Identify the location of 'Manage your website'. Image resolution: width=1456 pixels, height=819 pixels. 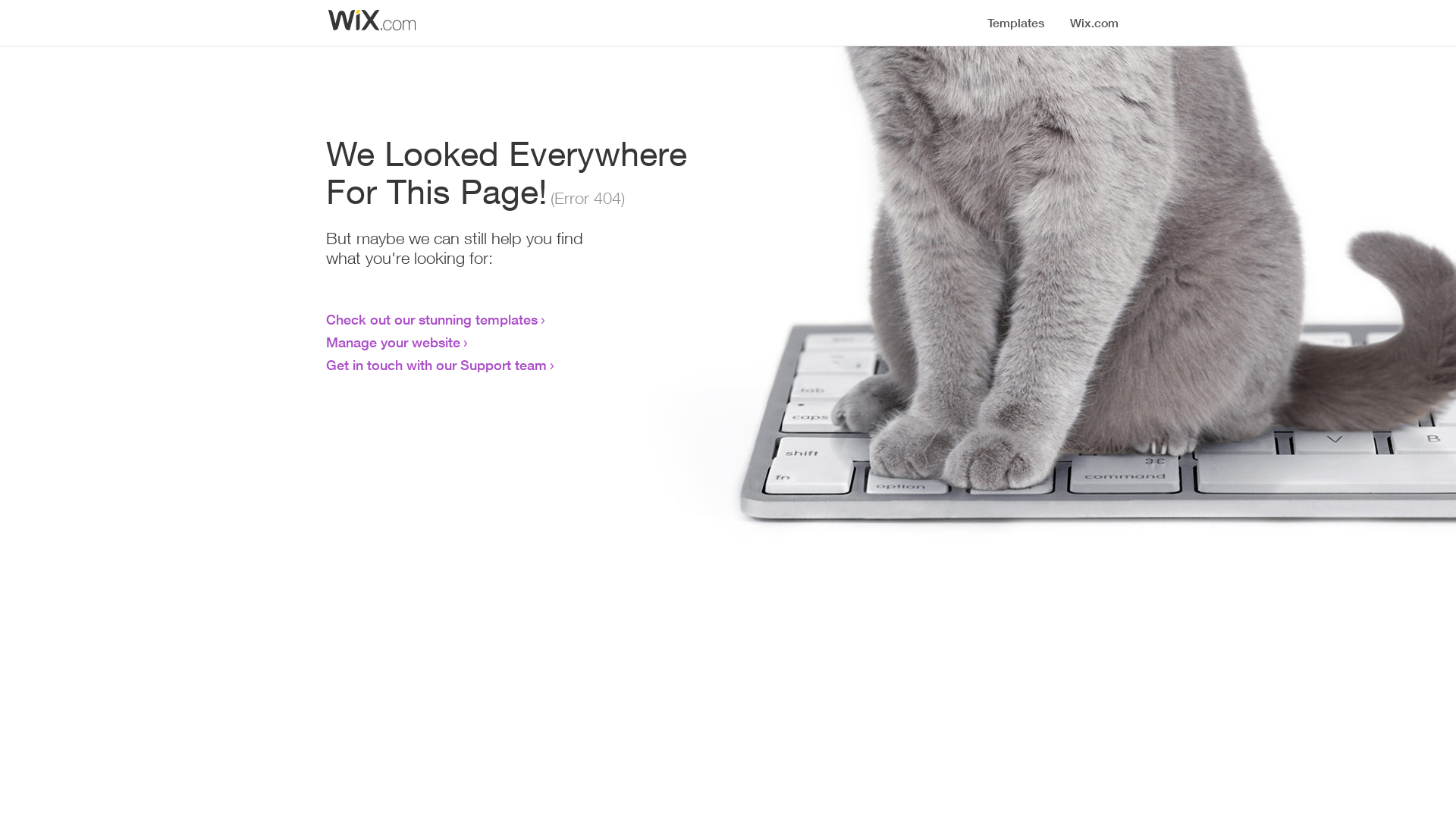
(393, 342).